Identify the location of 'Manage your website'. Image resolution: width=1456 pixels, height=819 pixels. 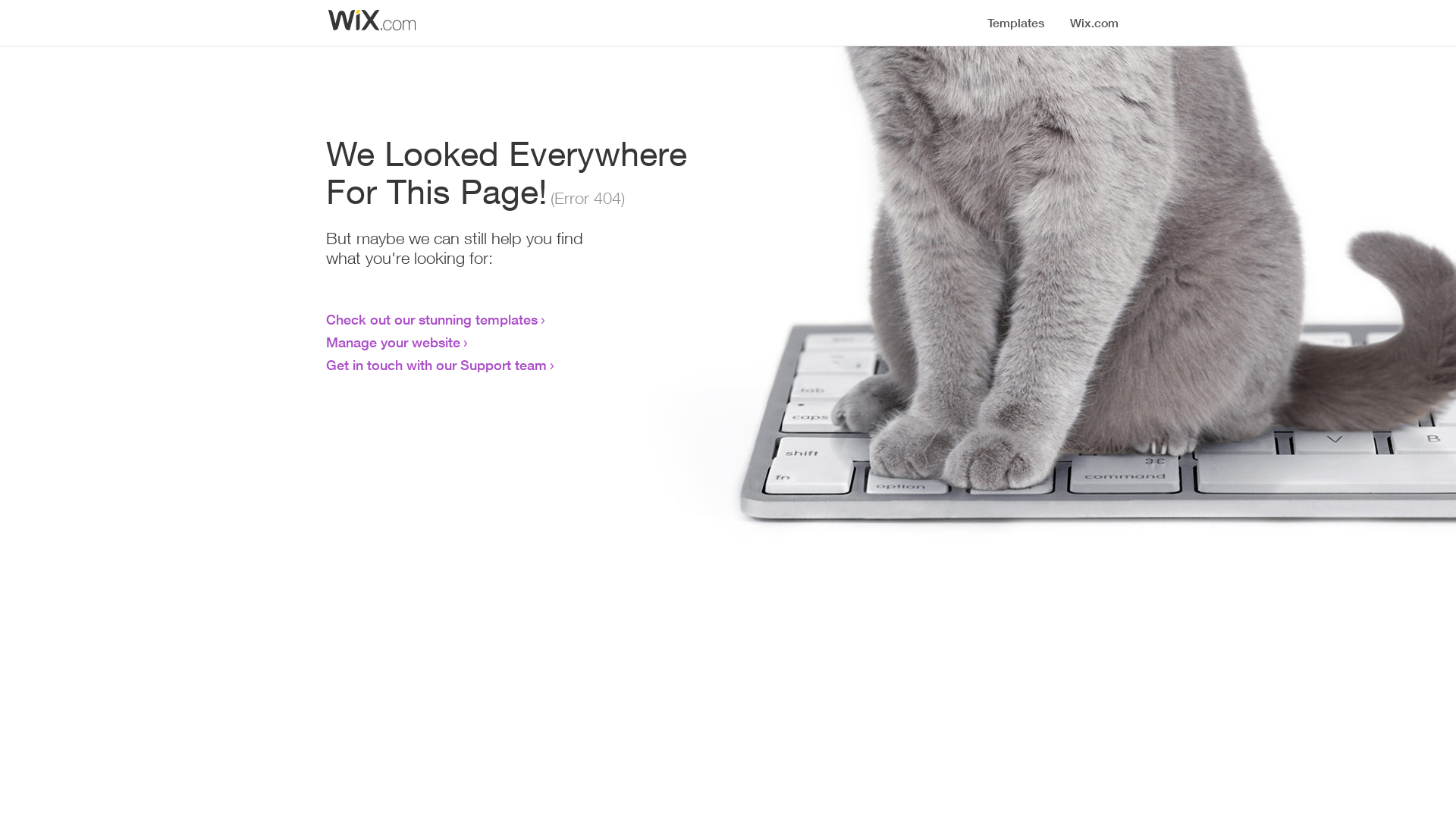
(393, 342).